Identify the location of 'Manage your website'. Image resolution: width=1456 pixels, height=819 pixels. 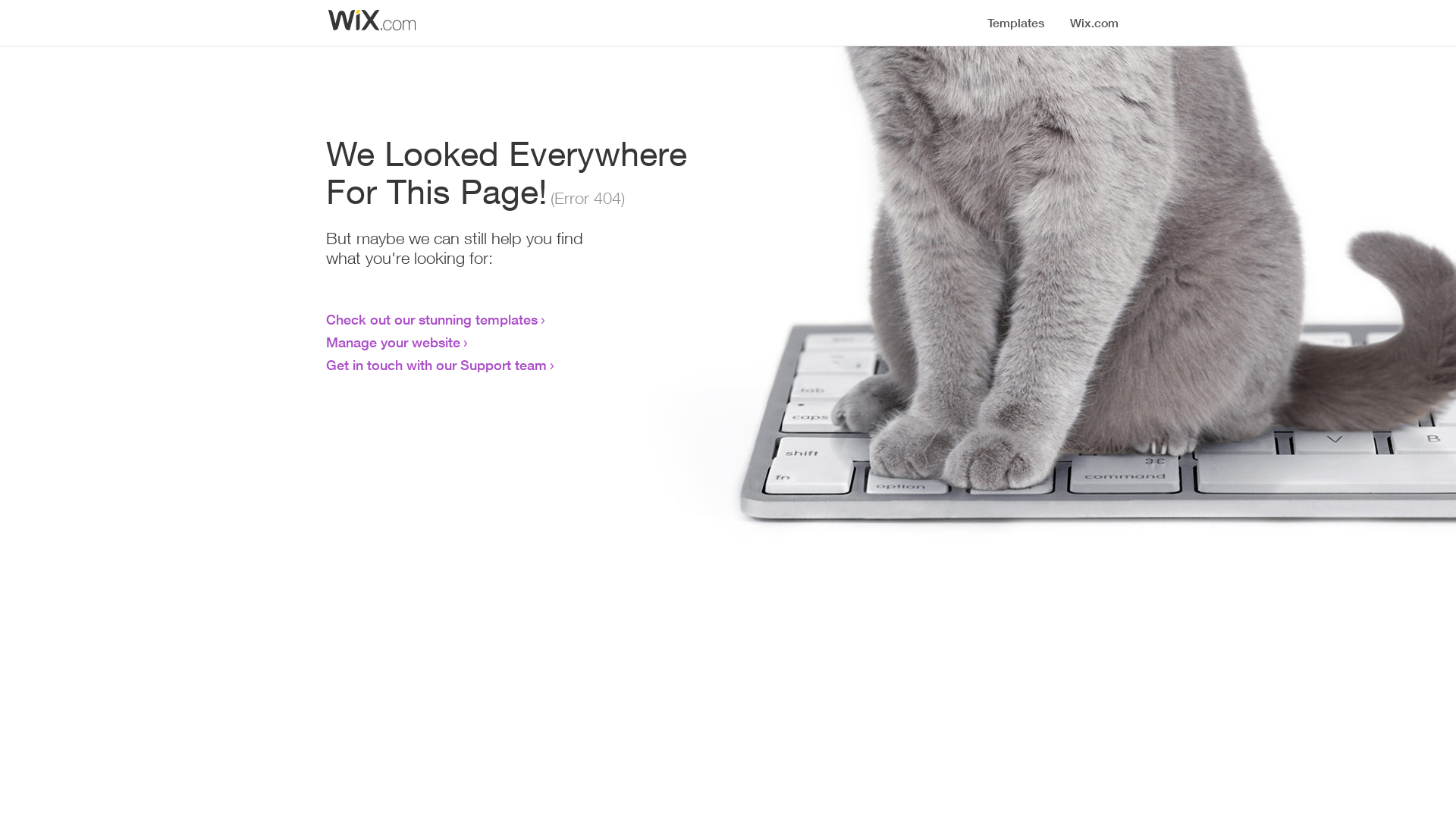
(393, 342).